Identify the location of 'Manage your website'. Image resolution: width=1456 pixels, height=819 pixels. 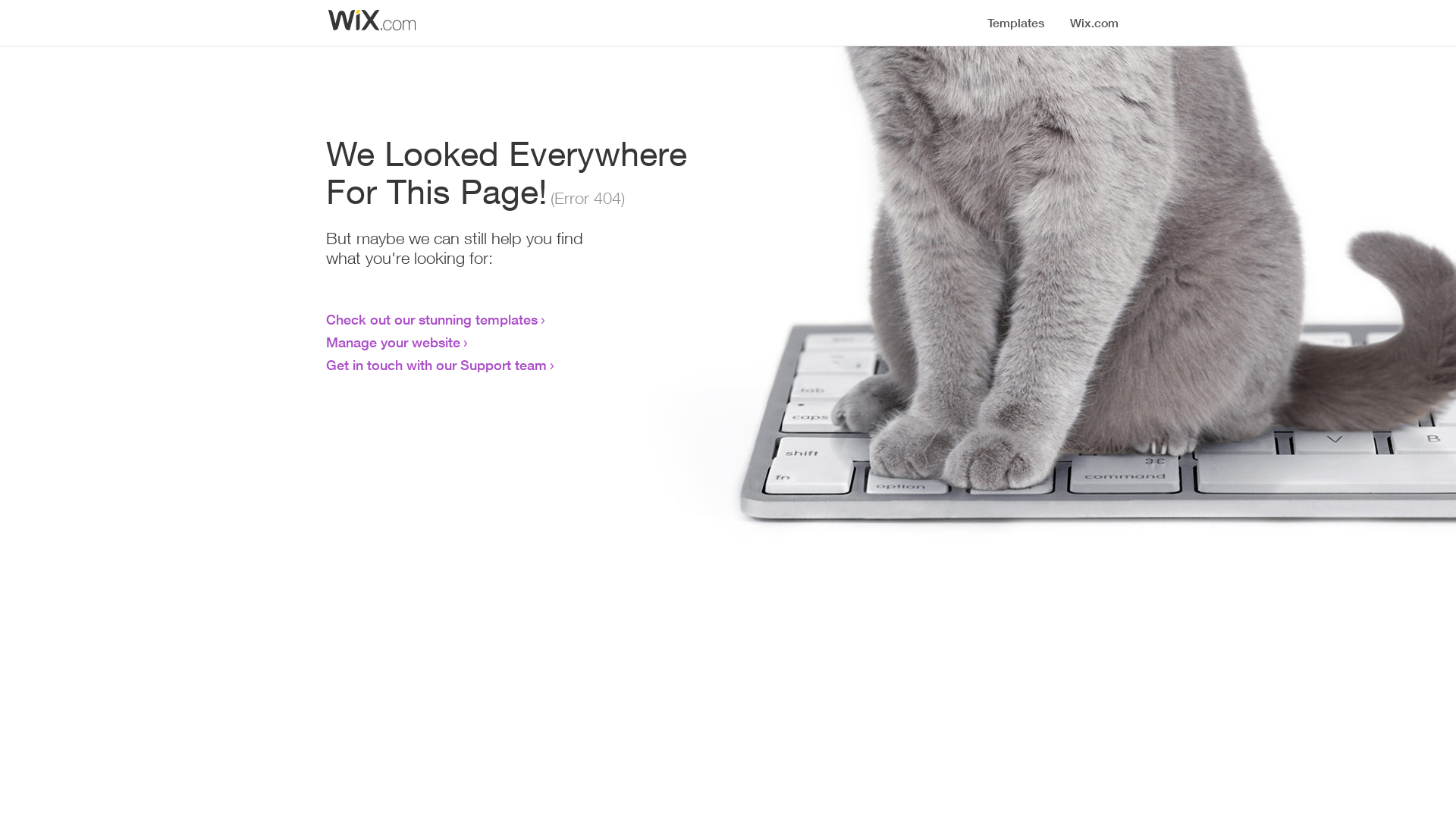
(393, 342).